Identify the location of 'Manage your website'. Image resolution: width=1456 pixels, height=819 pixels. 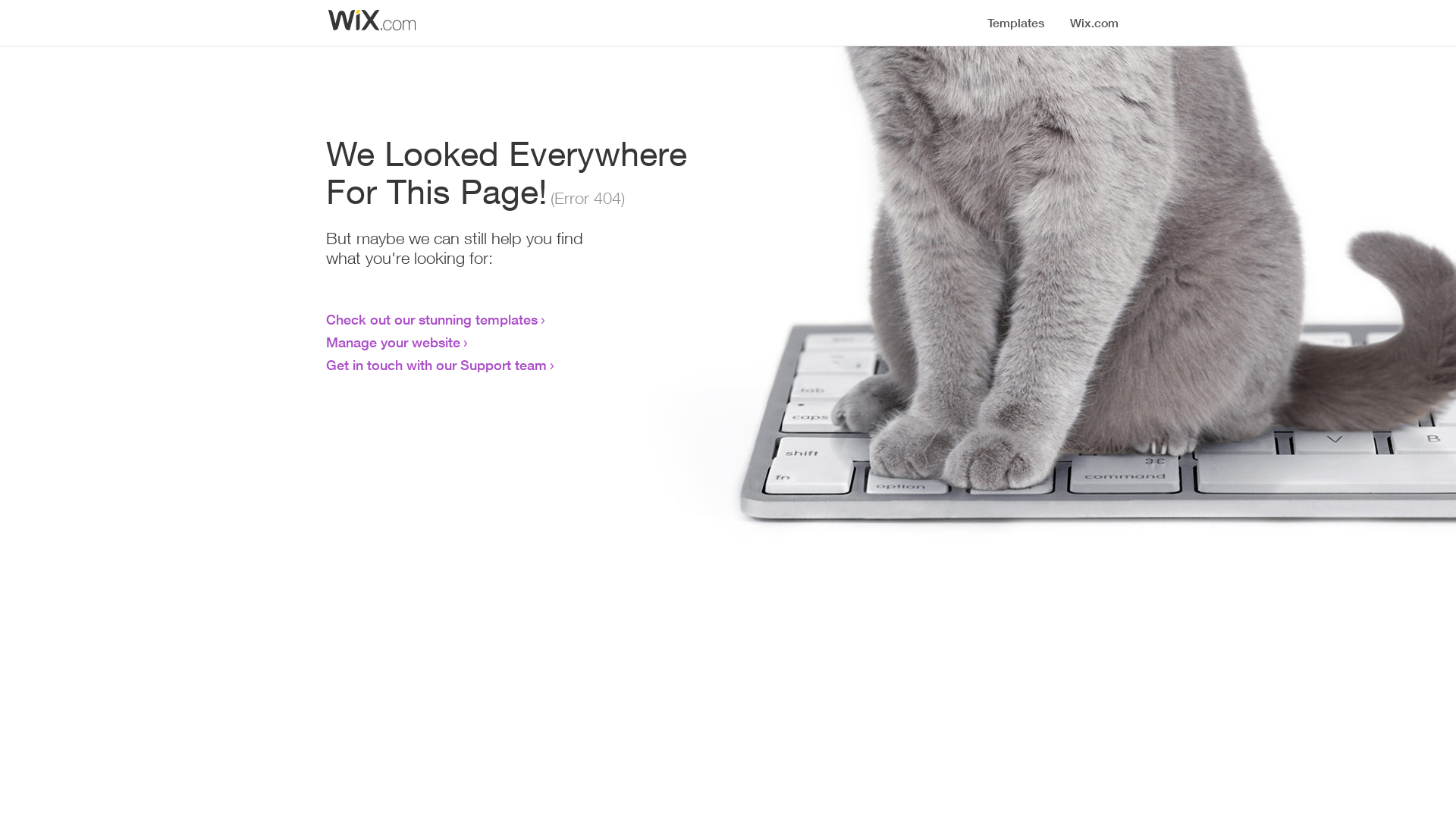
(393, 342).